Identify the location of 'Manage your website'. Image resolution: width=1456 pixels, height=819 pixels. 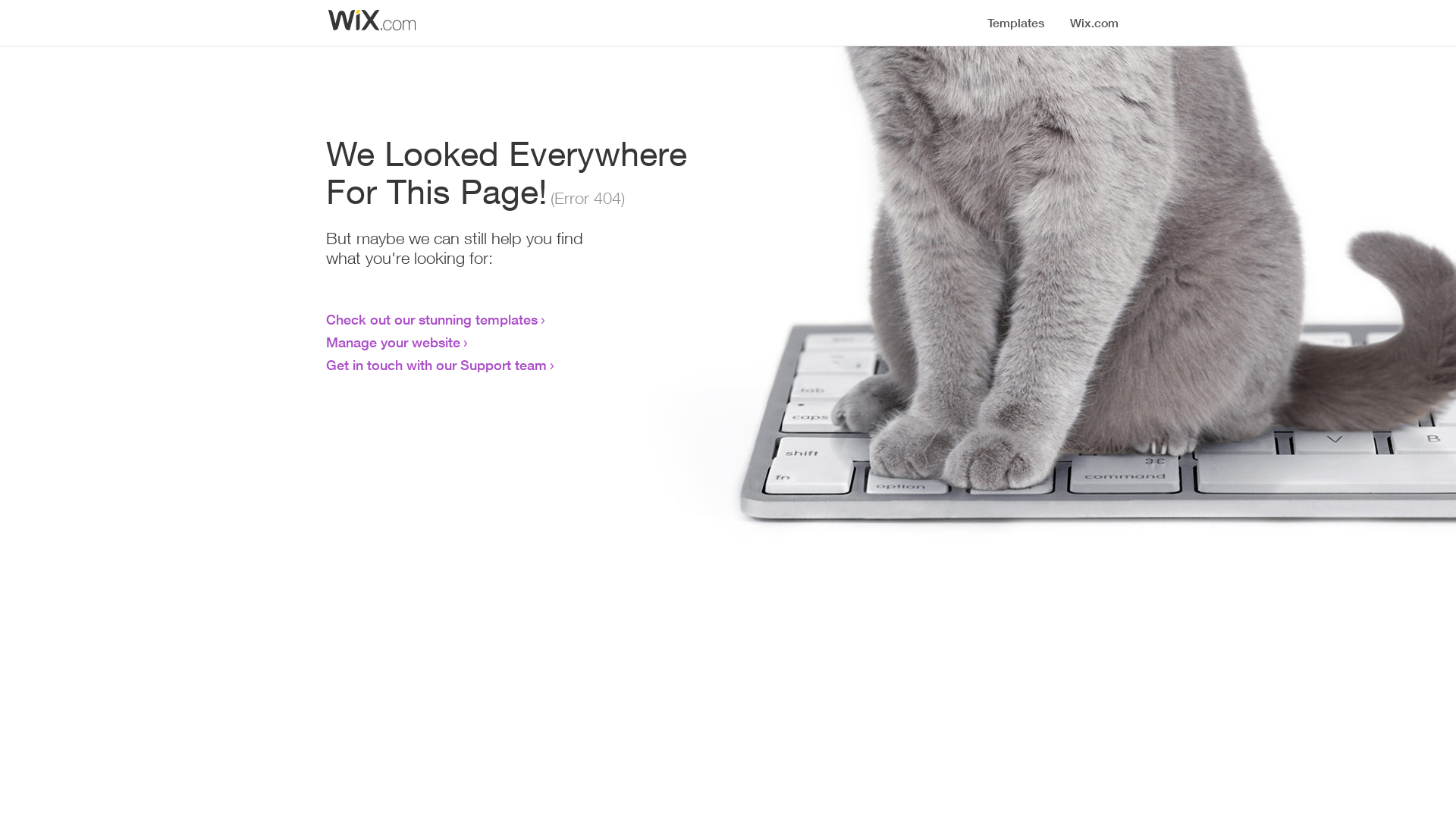
(393, 342).